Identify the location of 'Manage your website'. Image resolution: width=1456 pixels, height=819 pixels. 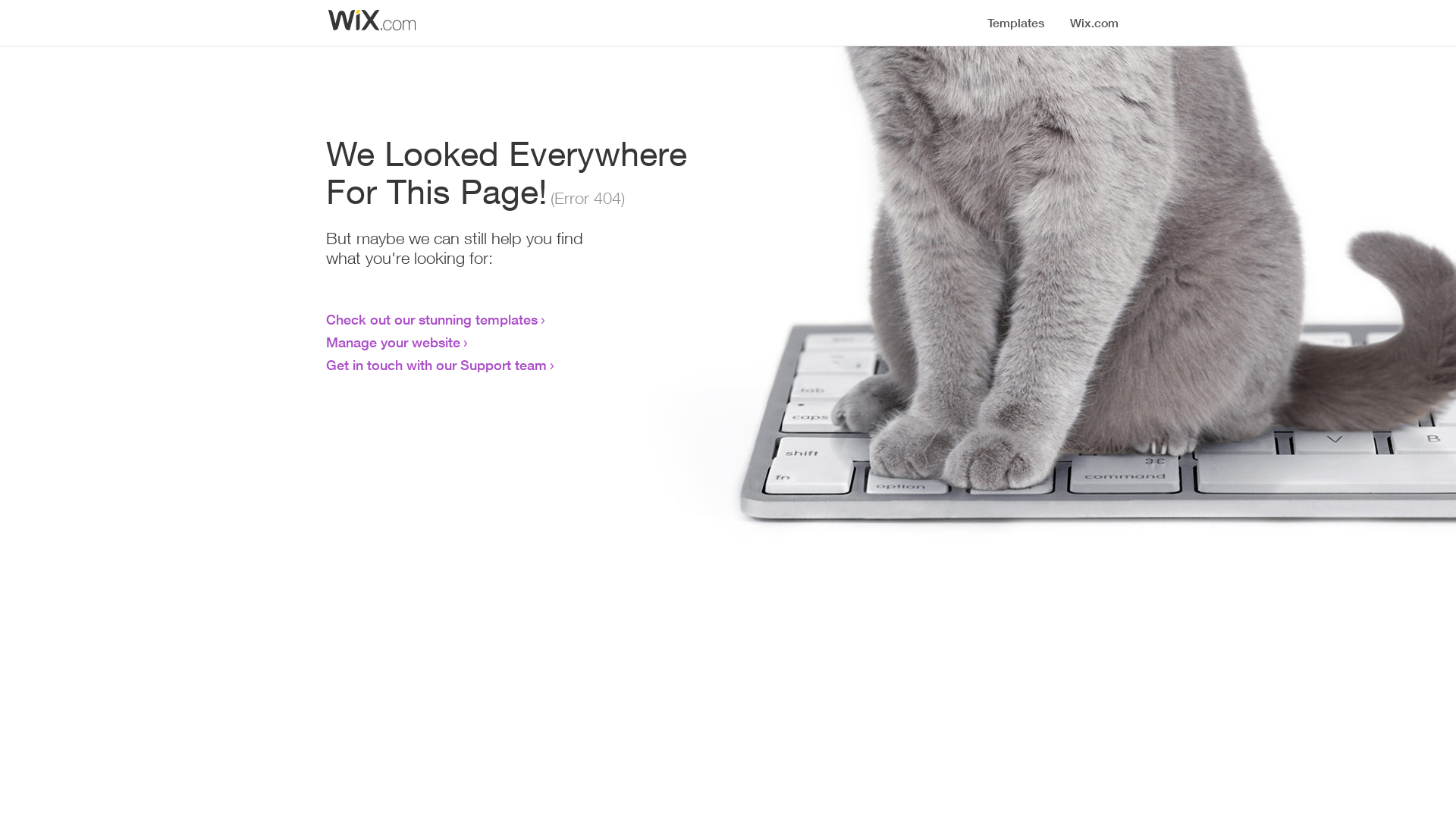
(393, 342).